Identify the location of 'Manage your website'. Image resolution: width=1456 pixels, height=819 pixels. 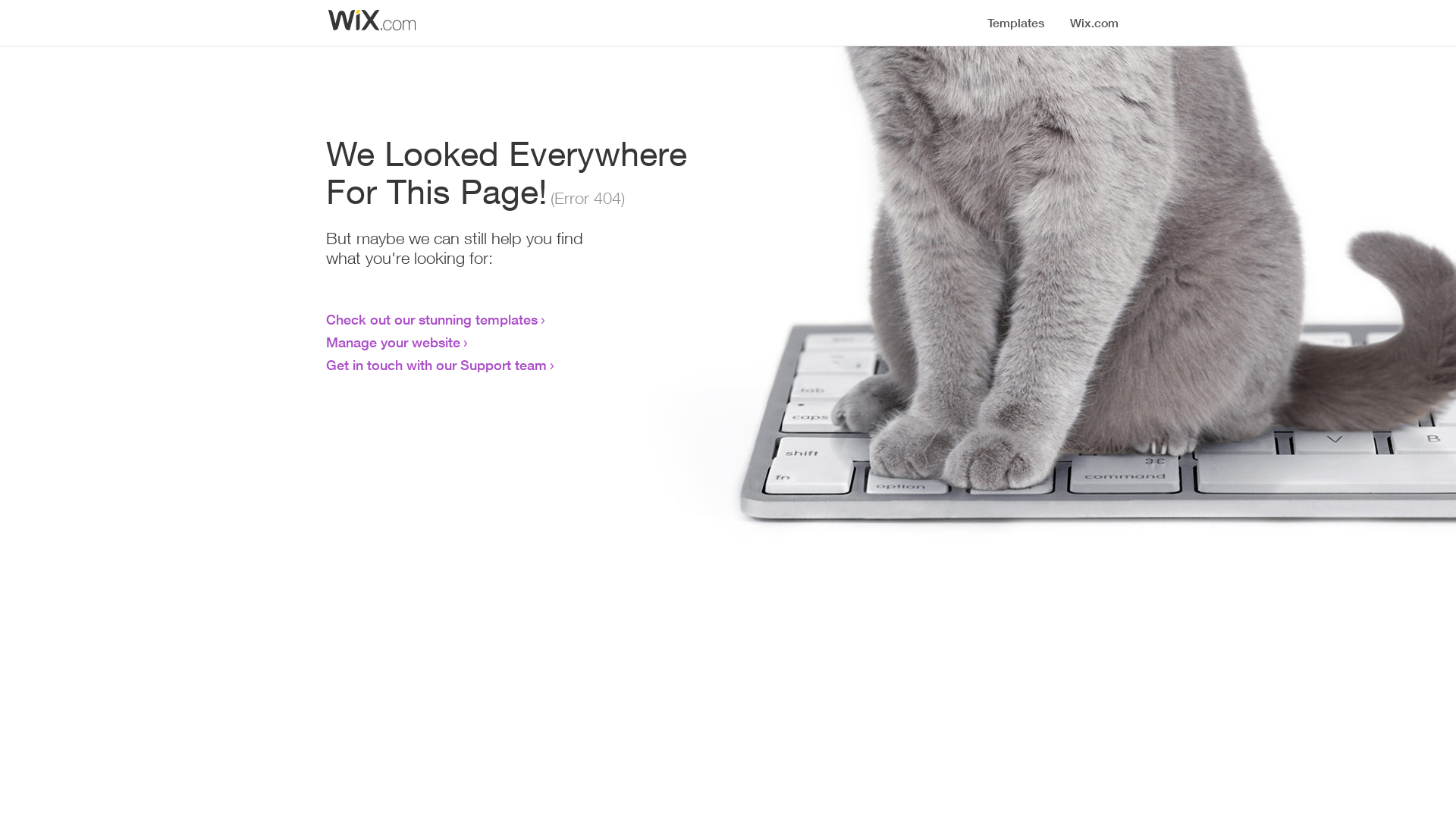
(393, 342).